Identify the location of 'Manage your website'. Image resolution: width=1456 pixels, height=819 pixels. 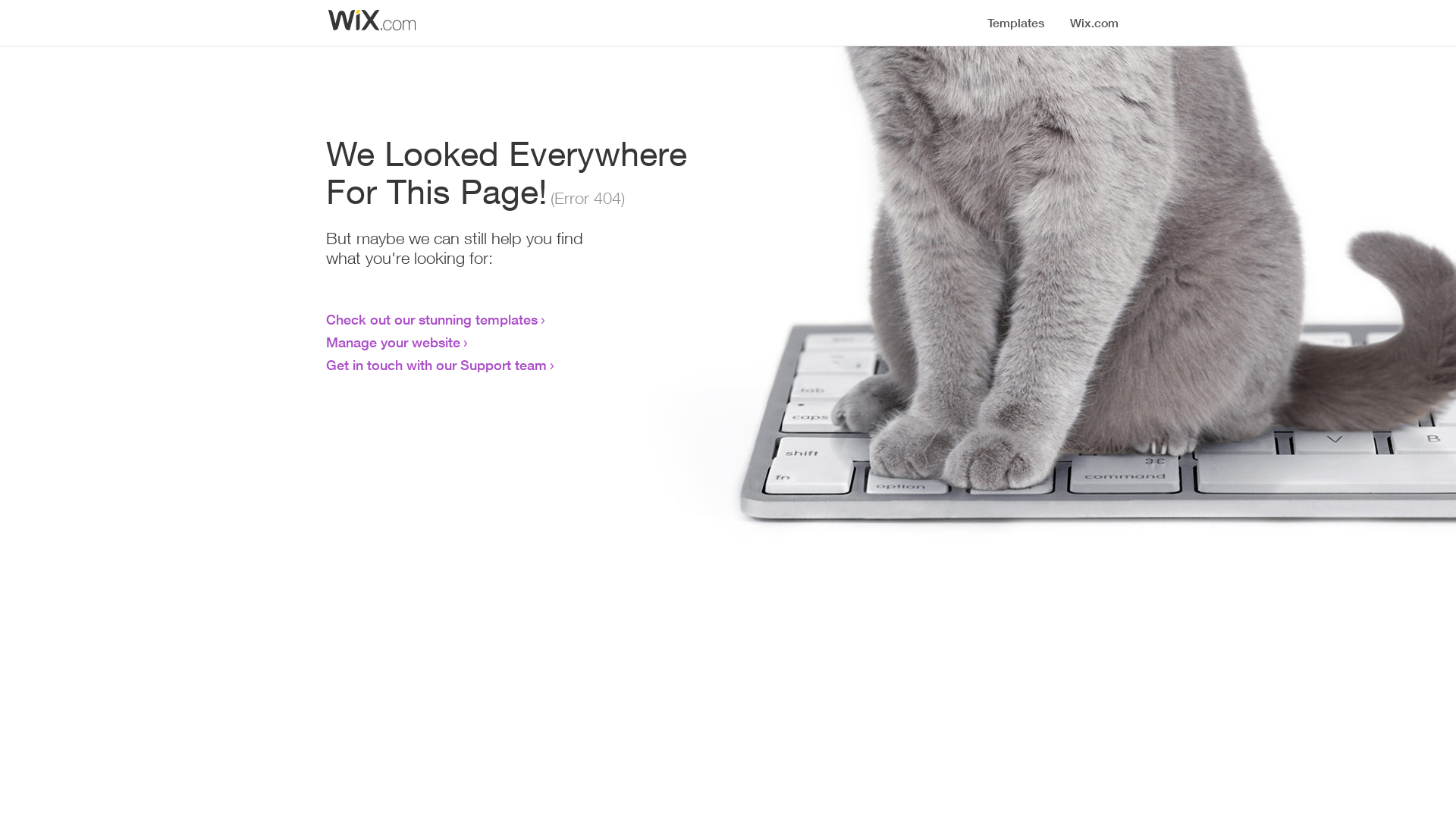
(393, 342).